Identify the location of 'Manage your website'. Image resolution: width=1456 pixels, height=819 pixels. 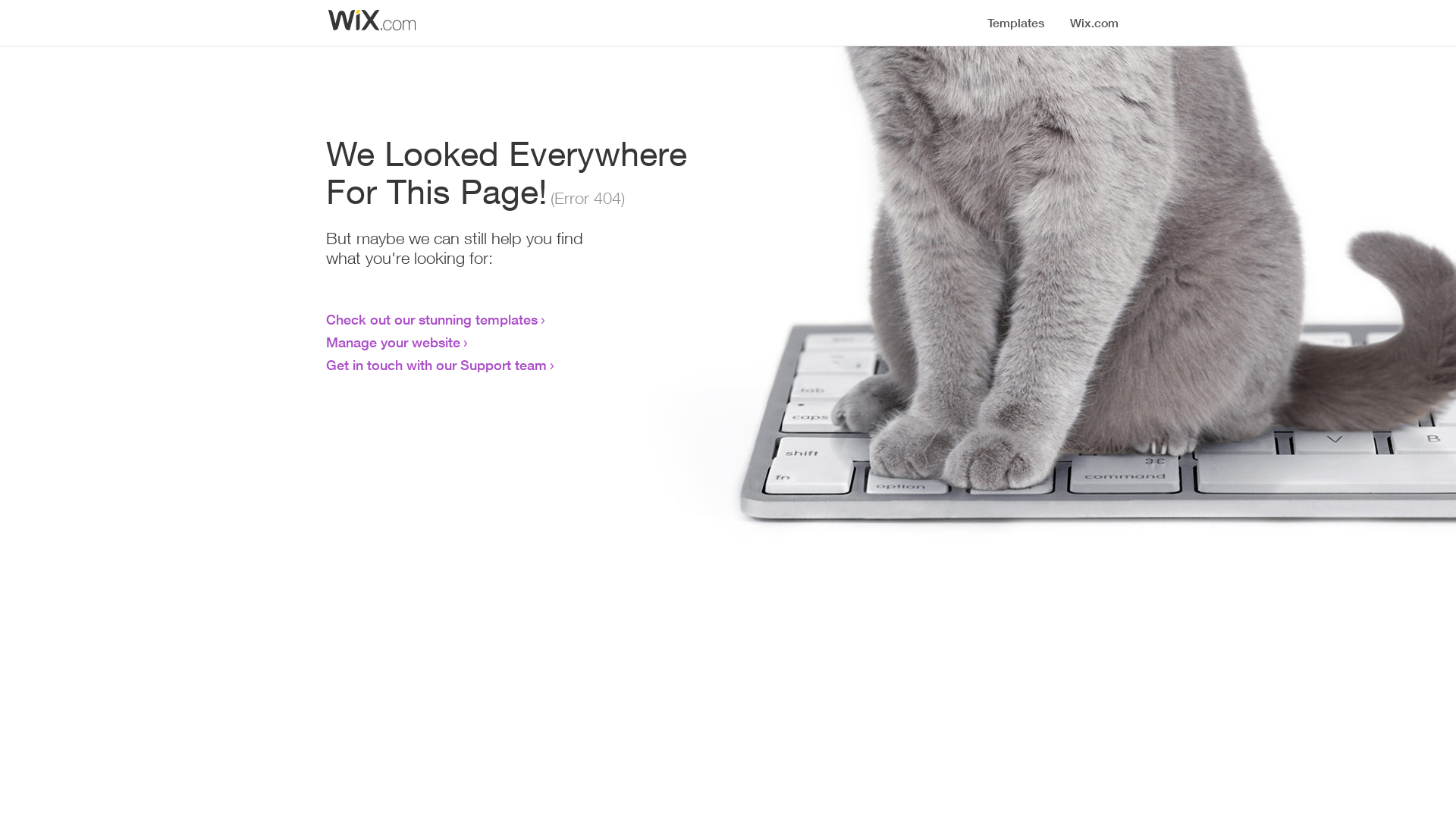
(393, 342).